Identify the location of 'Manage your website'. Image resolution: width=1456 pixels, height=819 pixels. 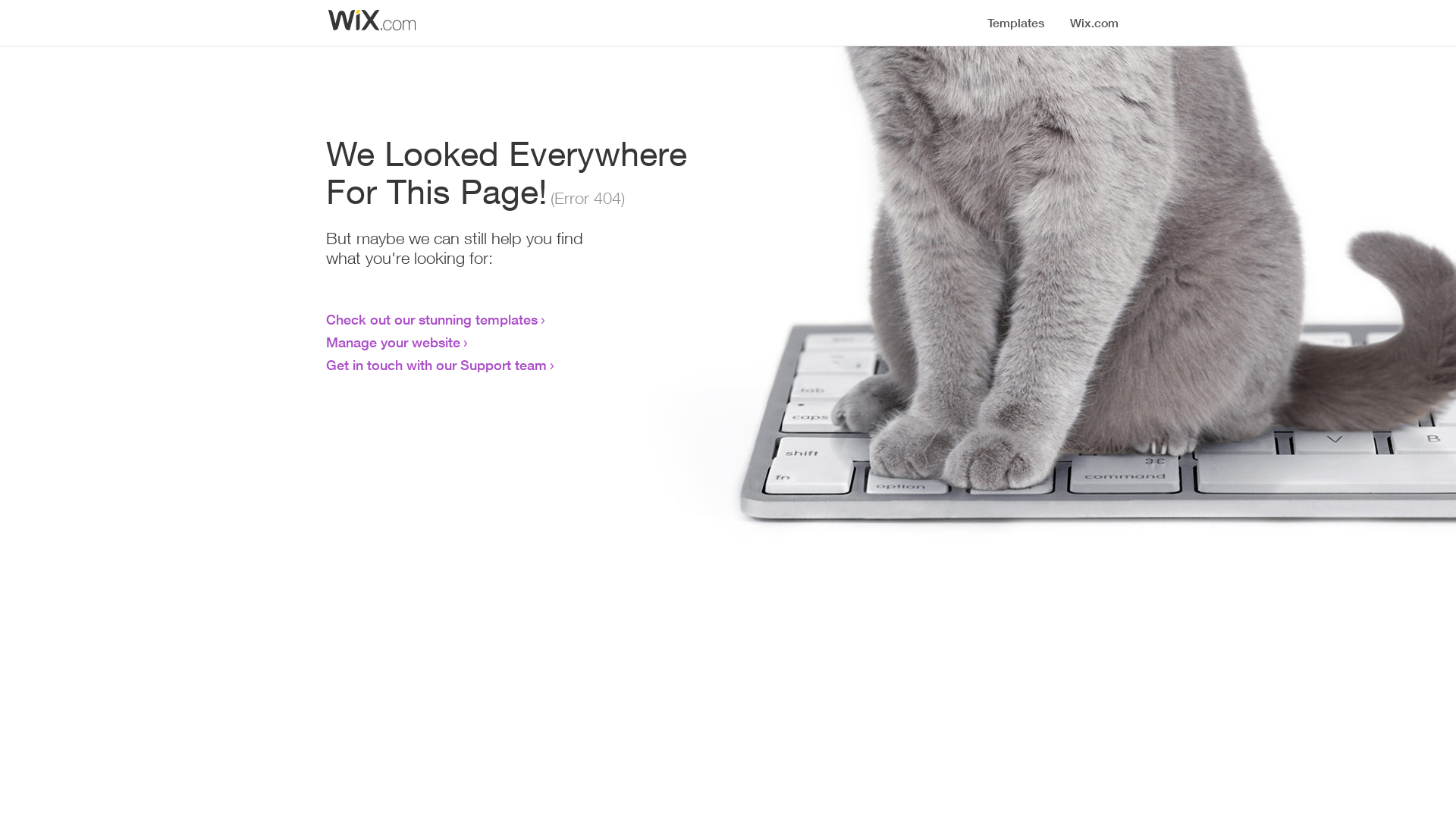
(393, 342).